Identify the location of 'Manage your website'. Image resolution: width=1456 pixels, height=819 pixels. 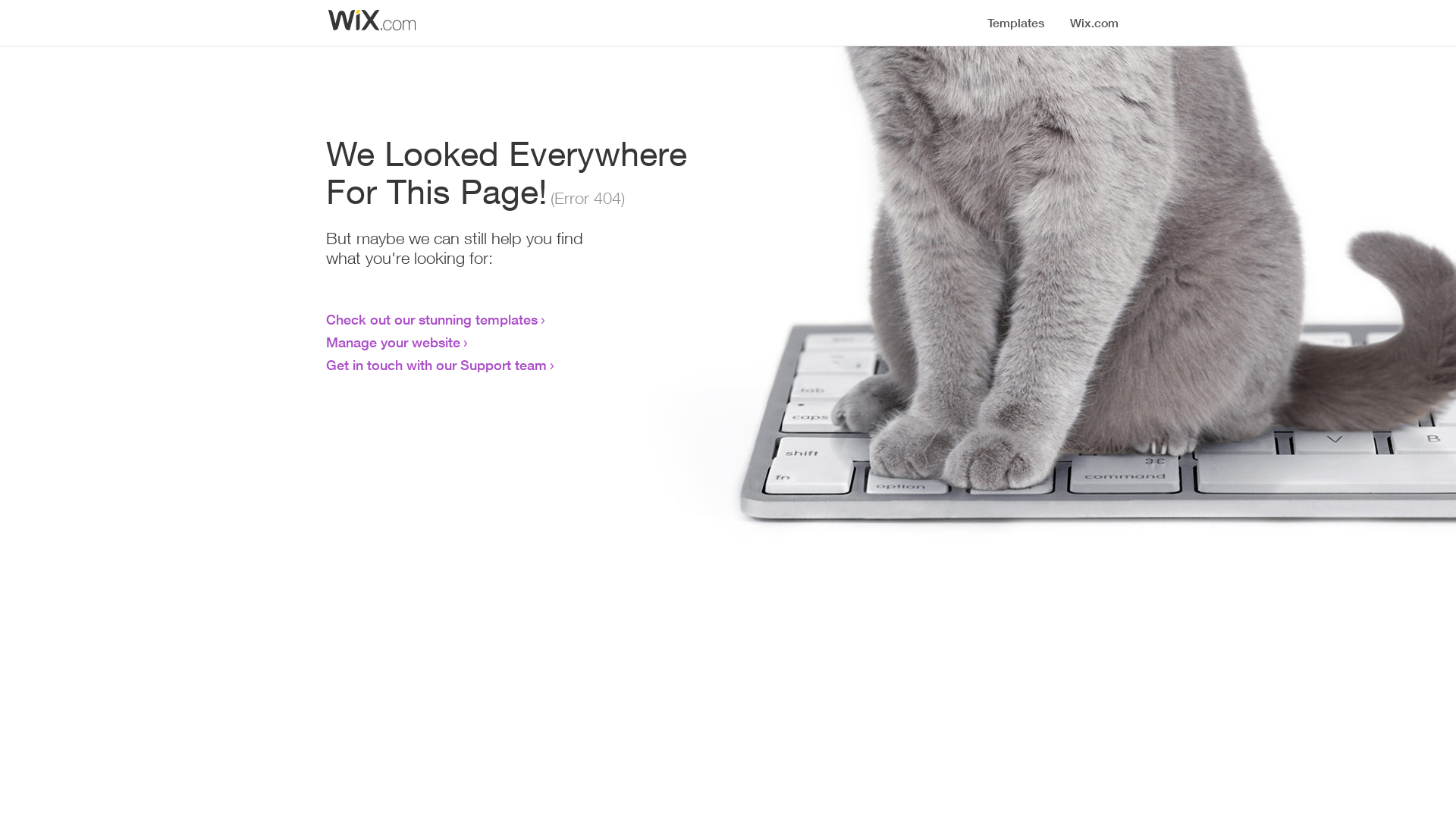
(393, 342).